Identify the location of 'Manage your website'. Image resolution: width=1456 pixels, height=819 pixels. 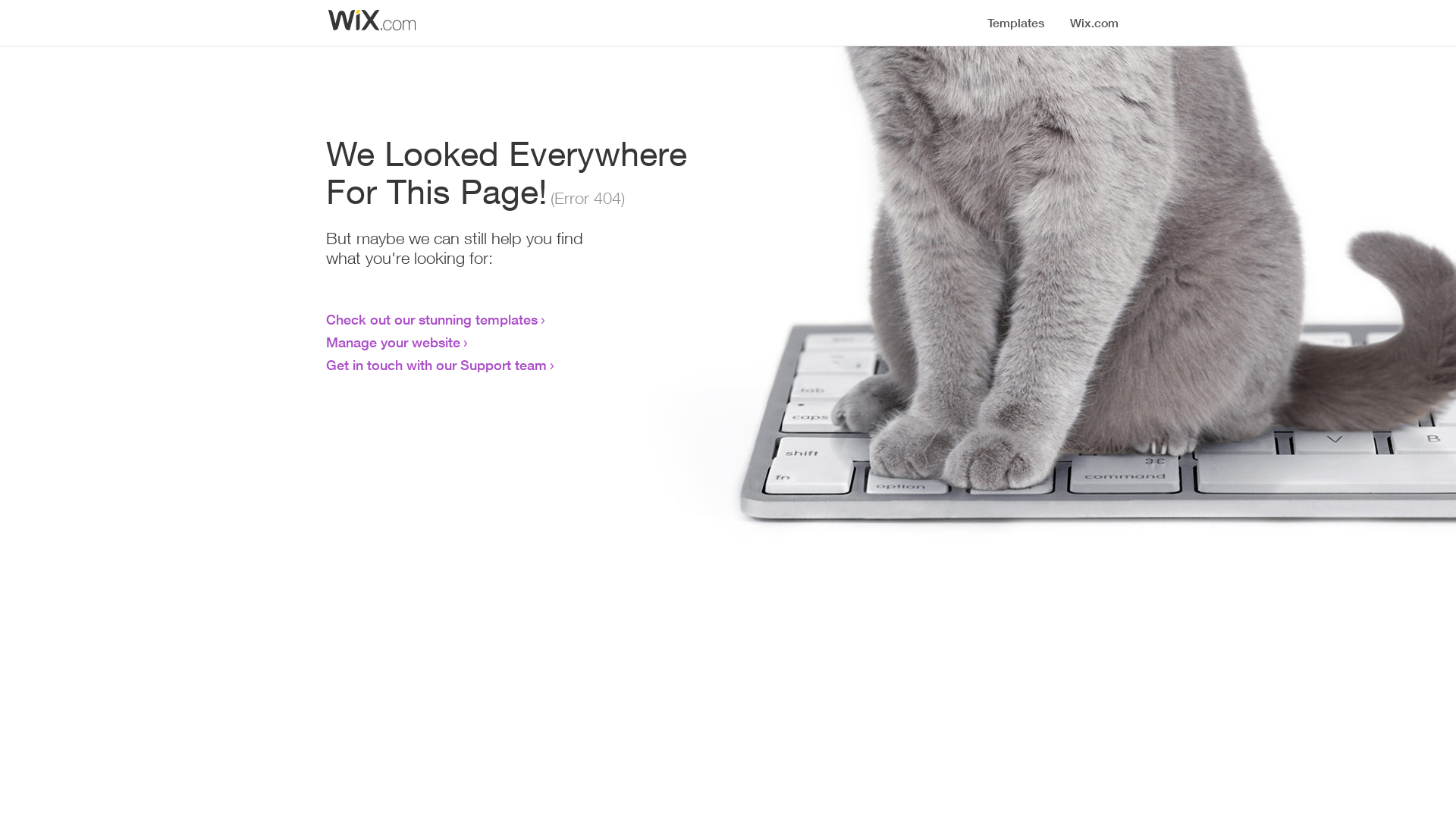
(393, 342).